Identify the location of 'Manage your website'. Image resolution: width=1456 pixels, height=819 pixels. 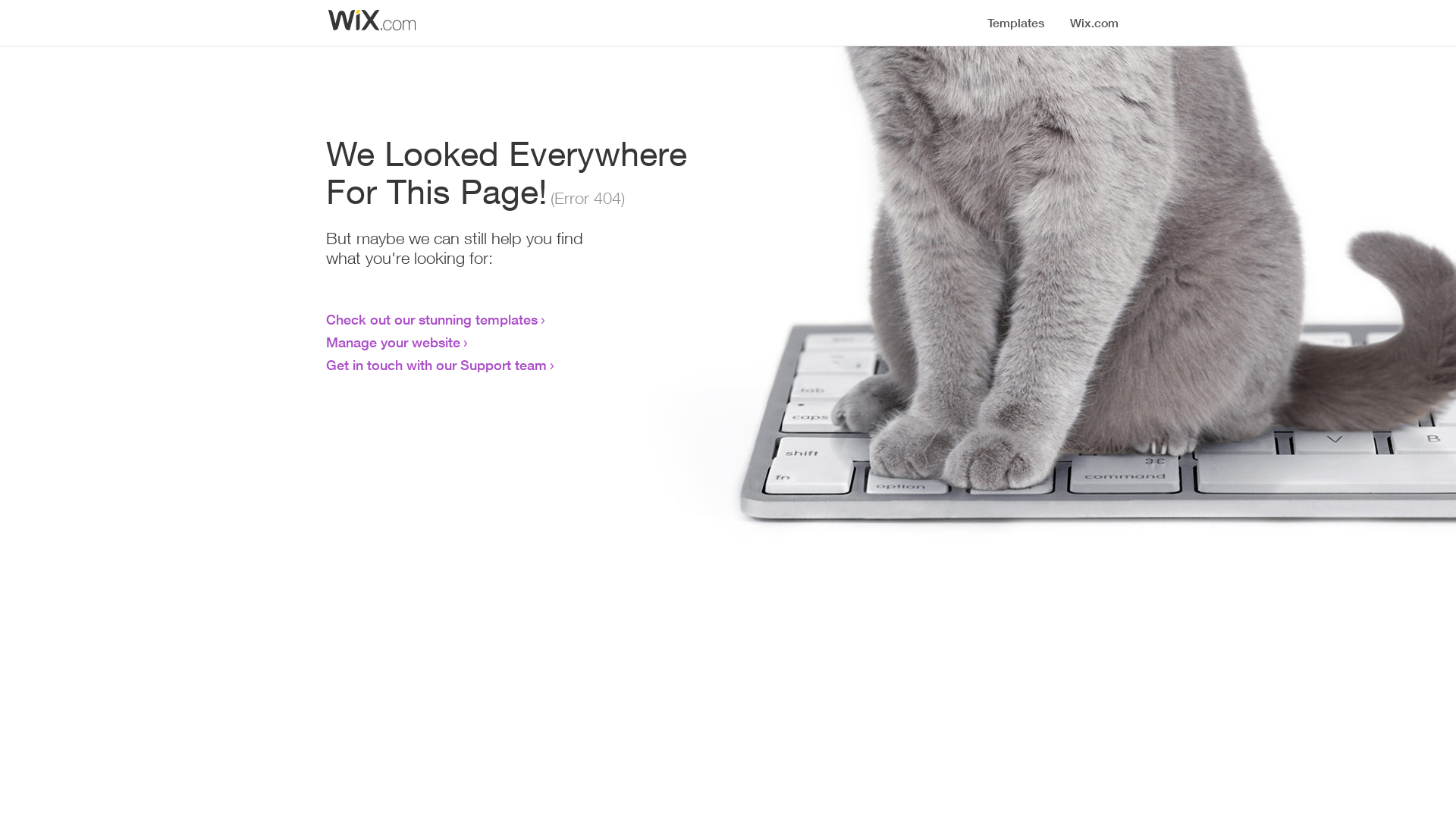
(393, 342).